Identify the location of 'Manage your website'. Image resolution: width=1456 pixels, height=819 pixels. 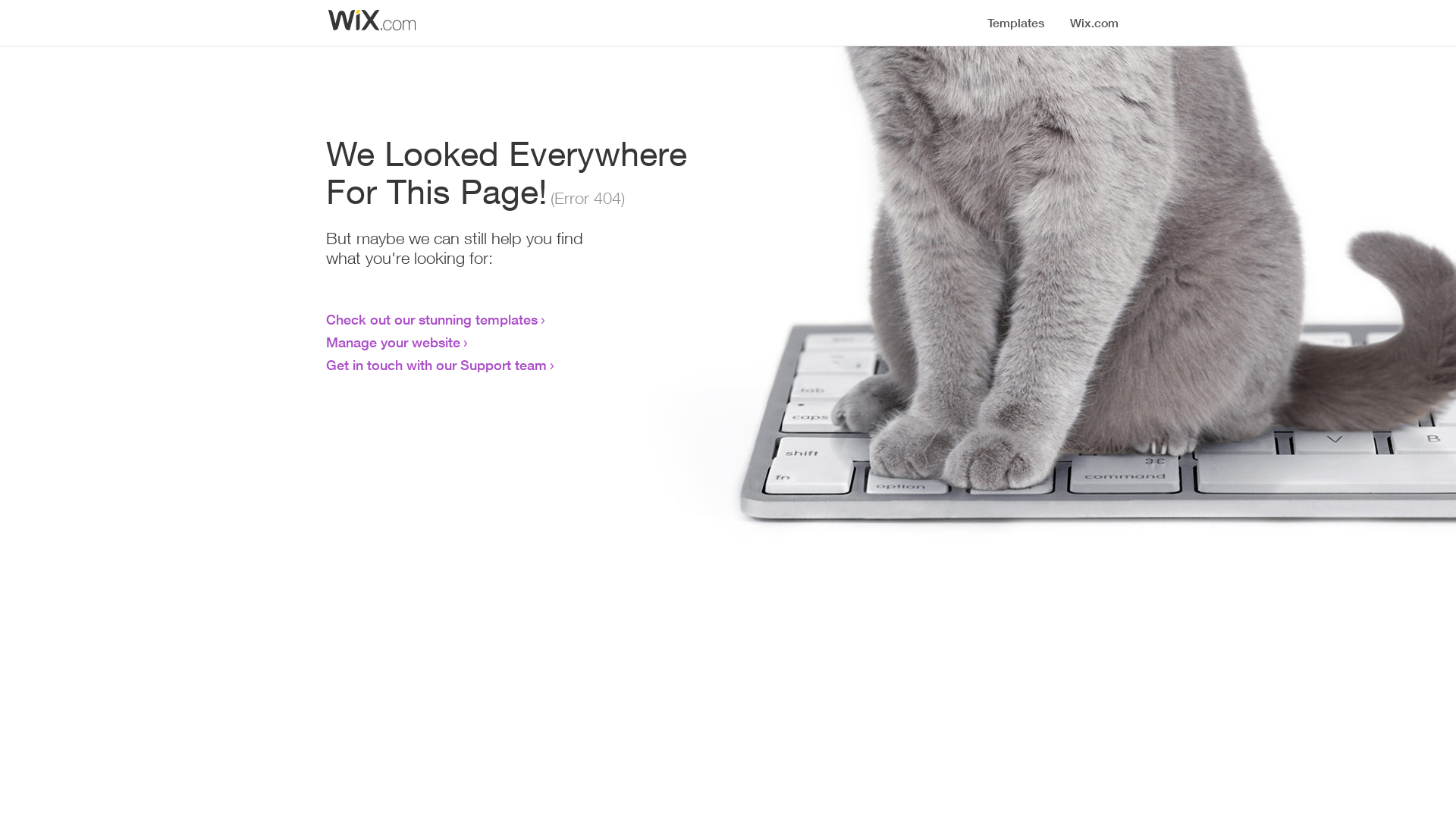
(393, 342).